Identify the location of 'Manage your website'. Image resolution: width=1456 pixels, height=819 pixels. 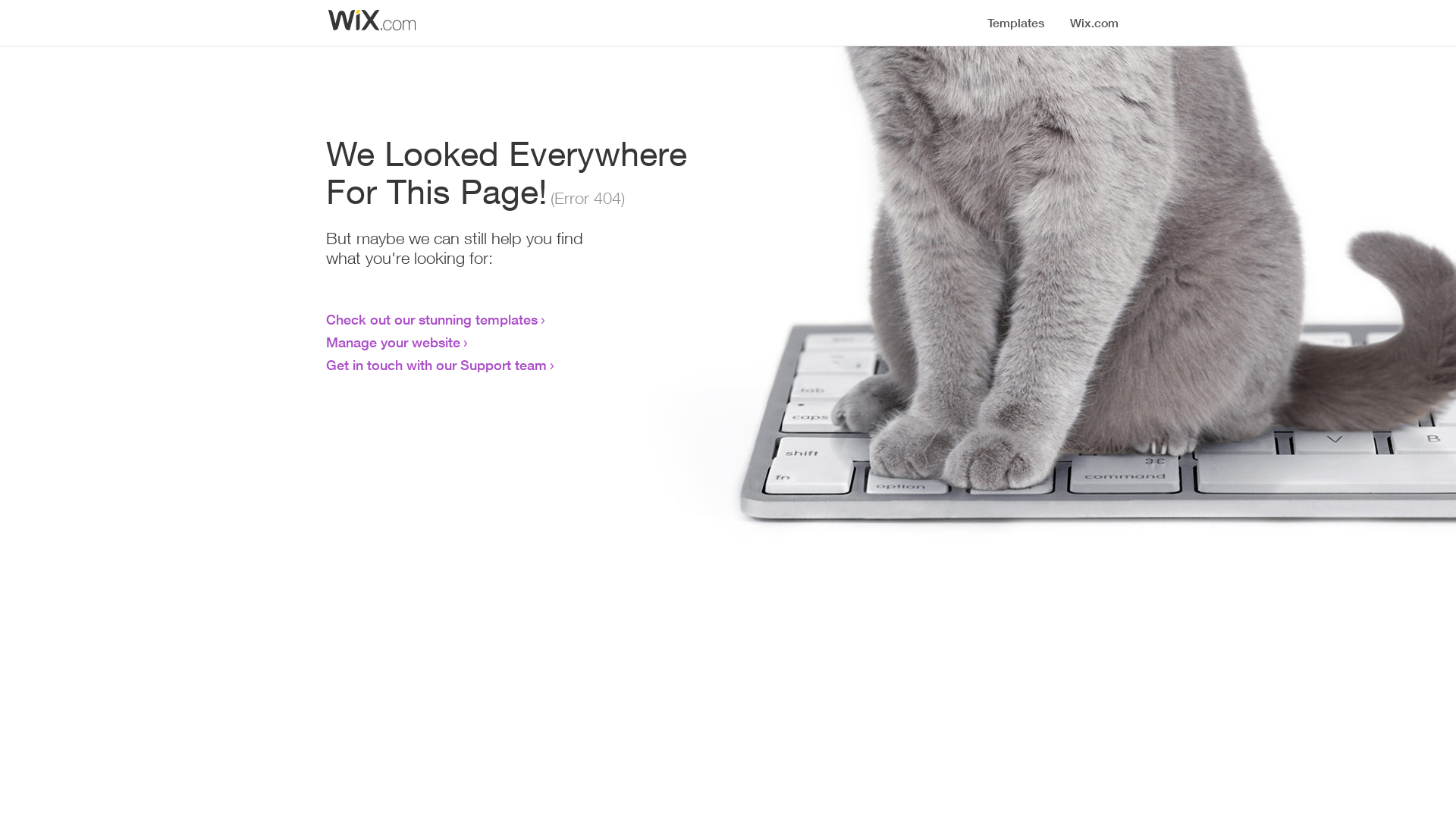
(393, 342).